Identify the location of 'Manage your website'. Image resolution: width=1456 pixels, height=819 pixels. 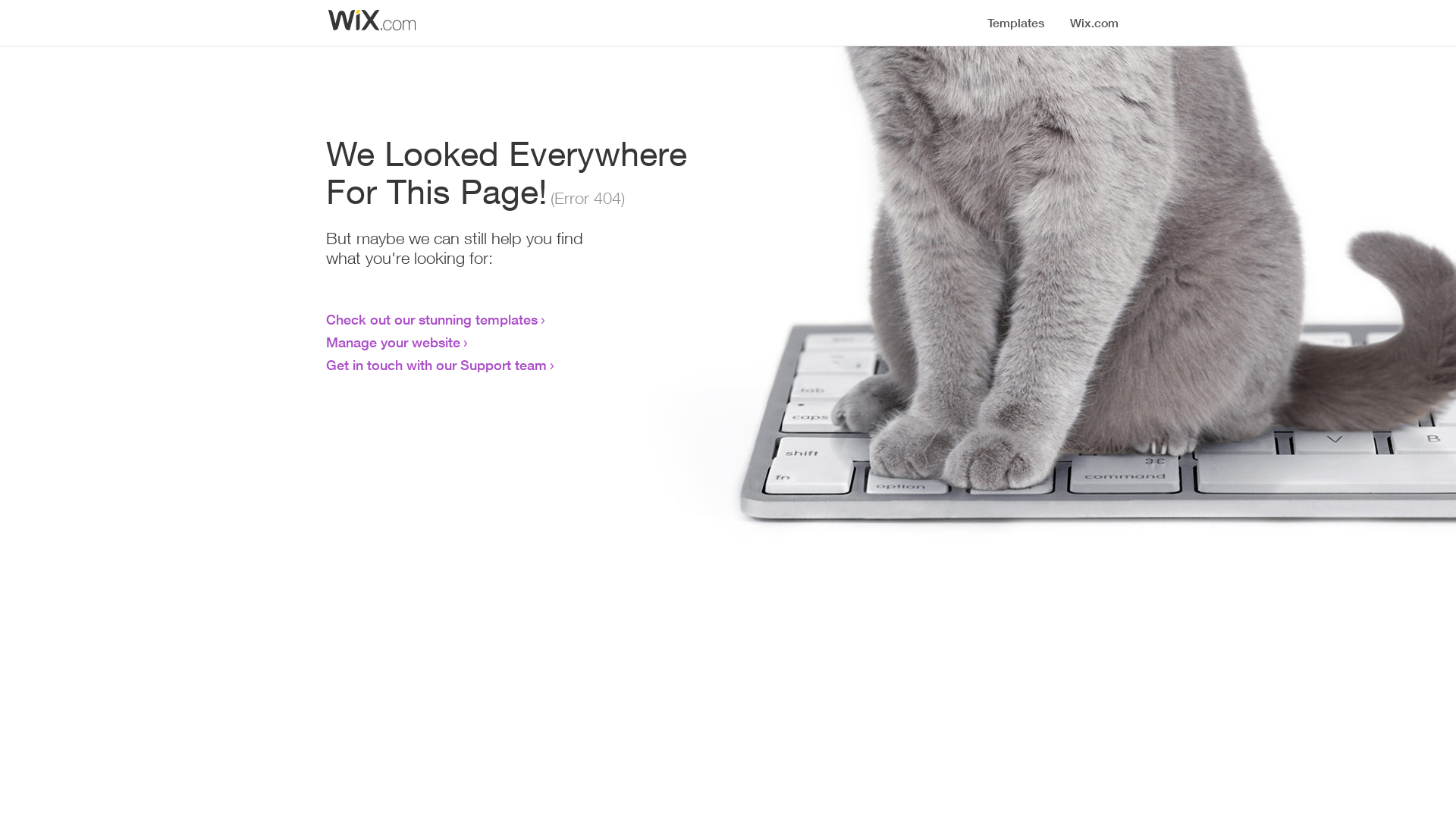
(393, 342).